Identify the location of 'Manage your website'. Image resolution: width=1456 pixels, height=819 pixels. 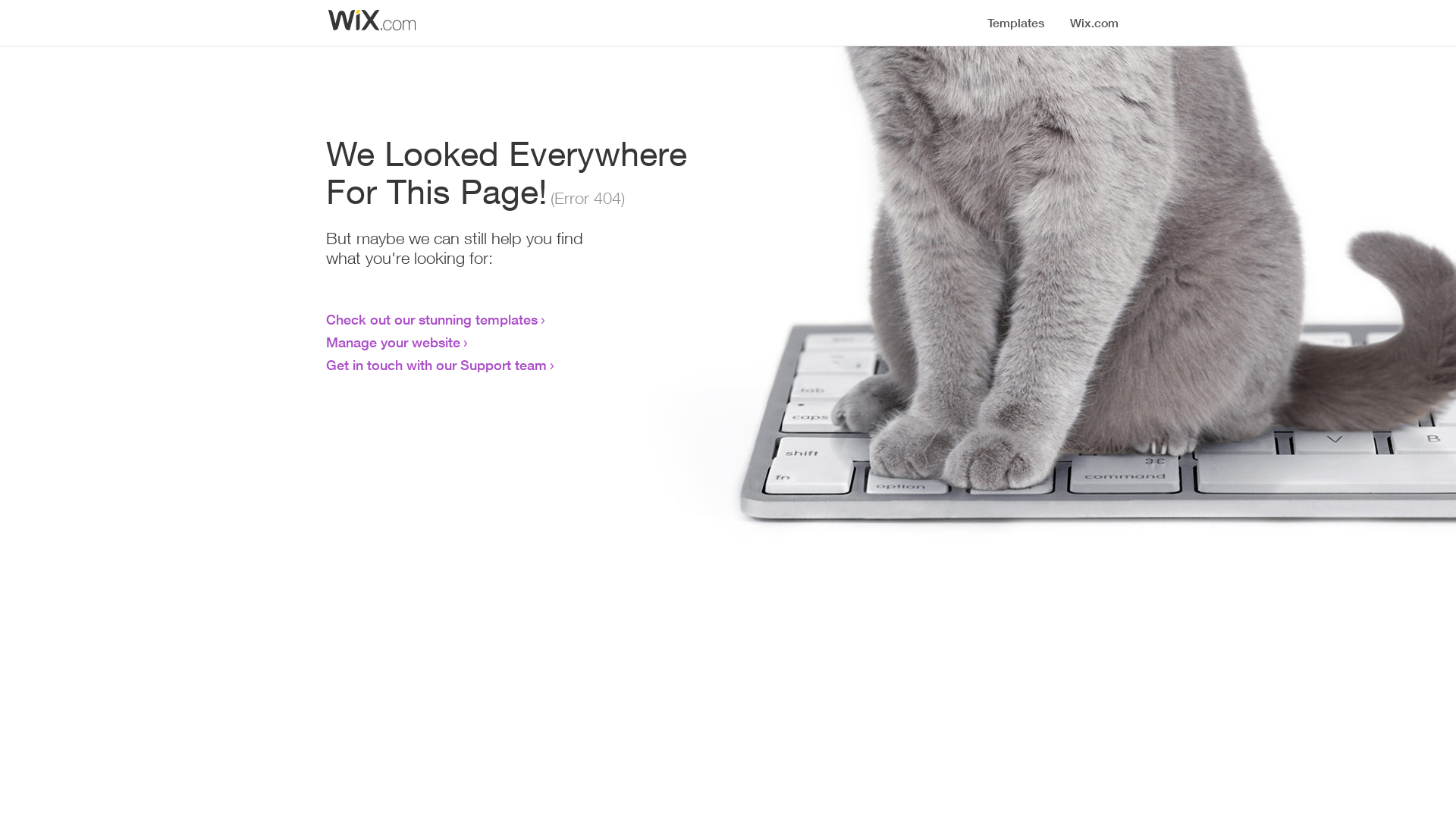
(393, 342).